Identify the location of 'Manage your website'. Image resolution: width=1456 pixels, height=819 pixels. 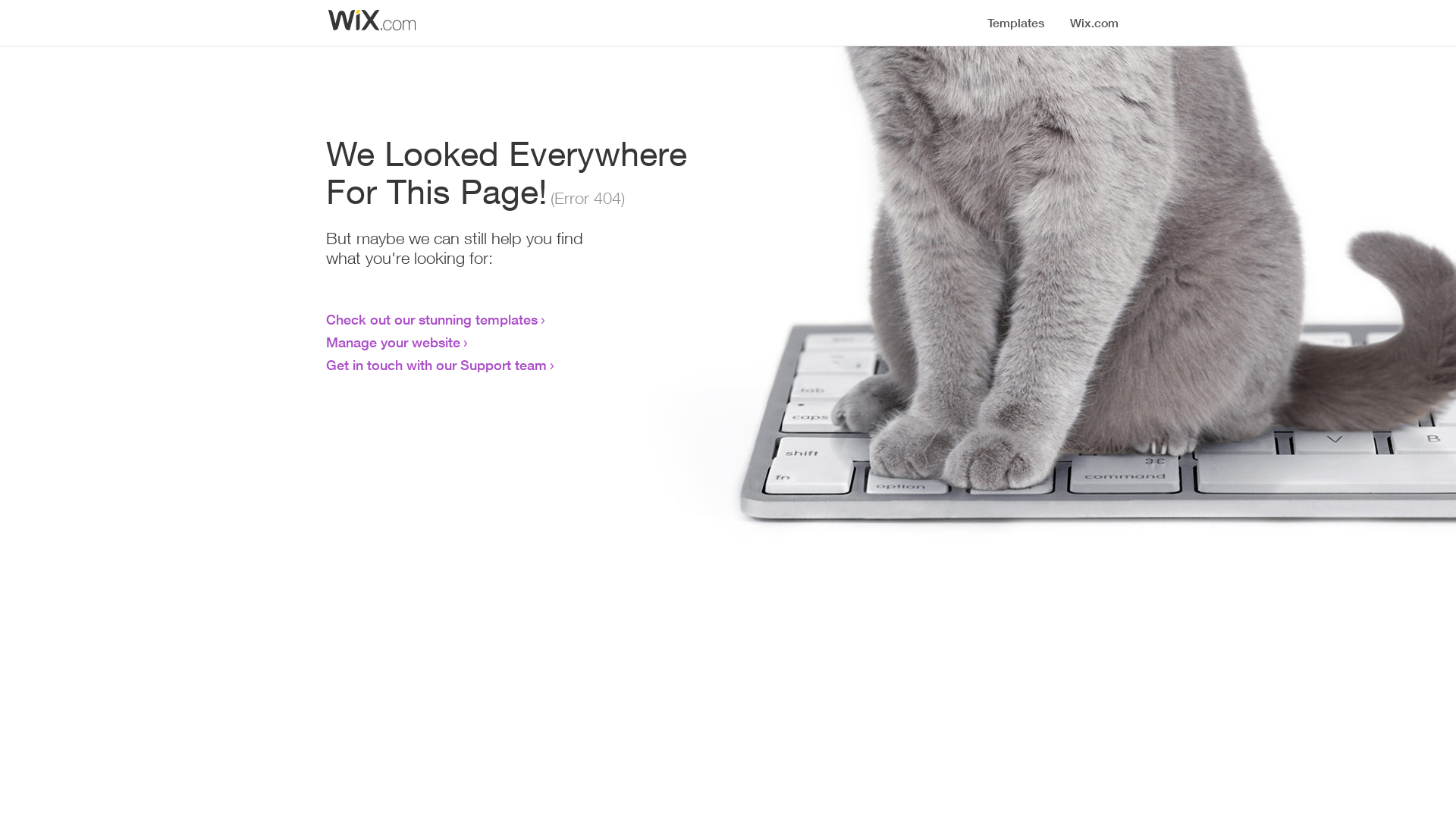
(393, 342).